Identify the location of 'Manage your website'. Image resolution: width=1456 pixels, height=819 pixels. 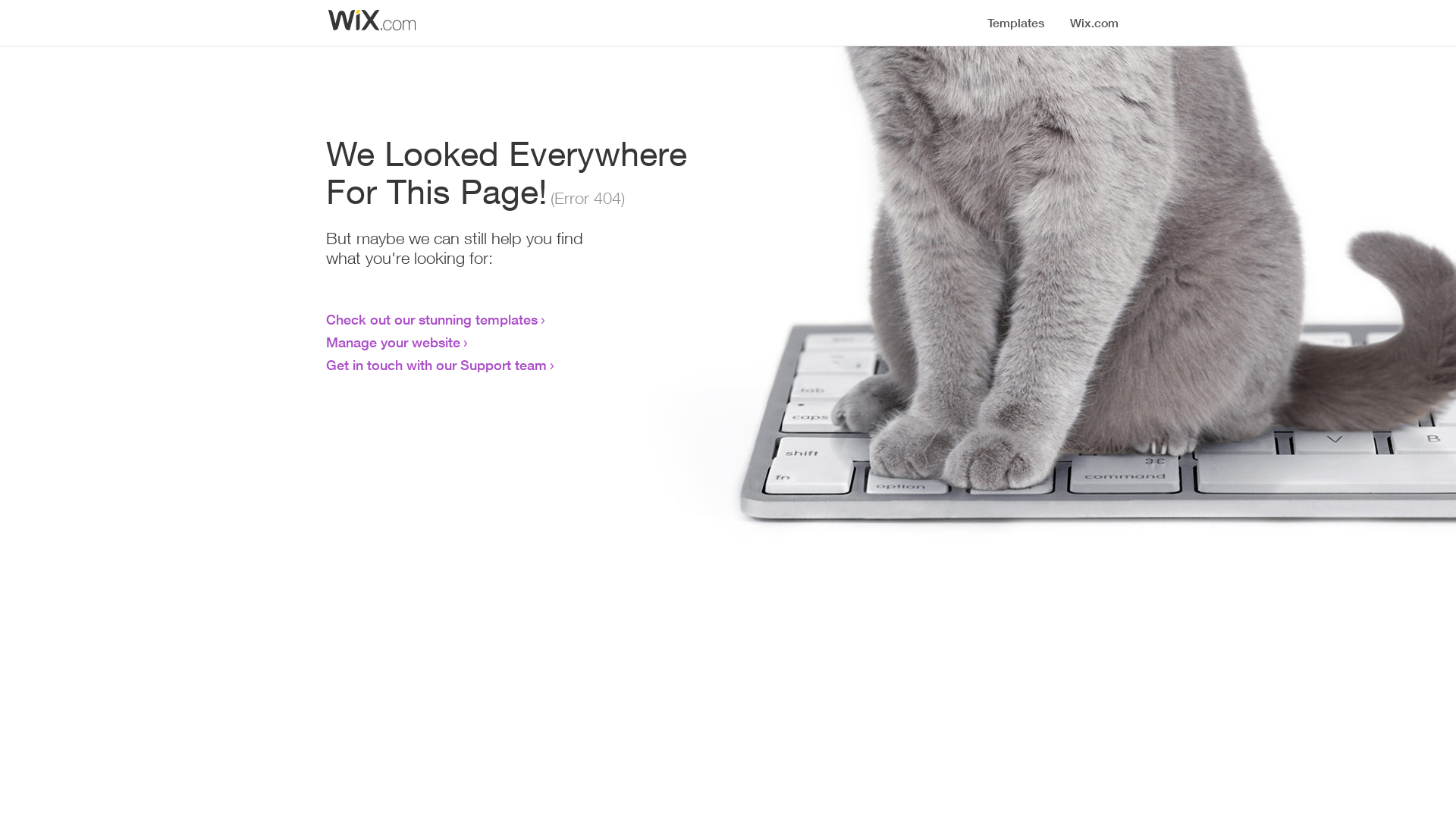
(393, 342).